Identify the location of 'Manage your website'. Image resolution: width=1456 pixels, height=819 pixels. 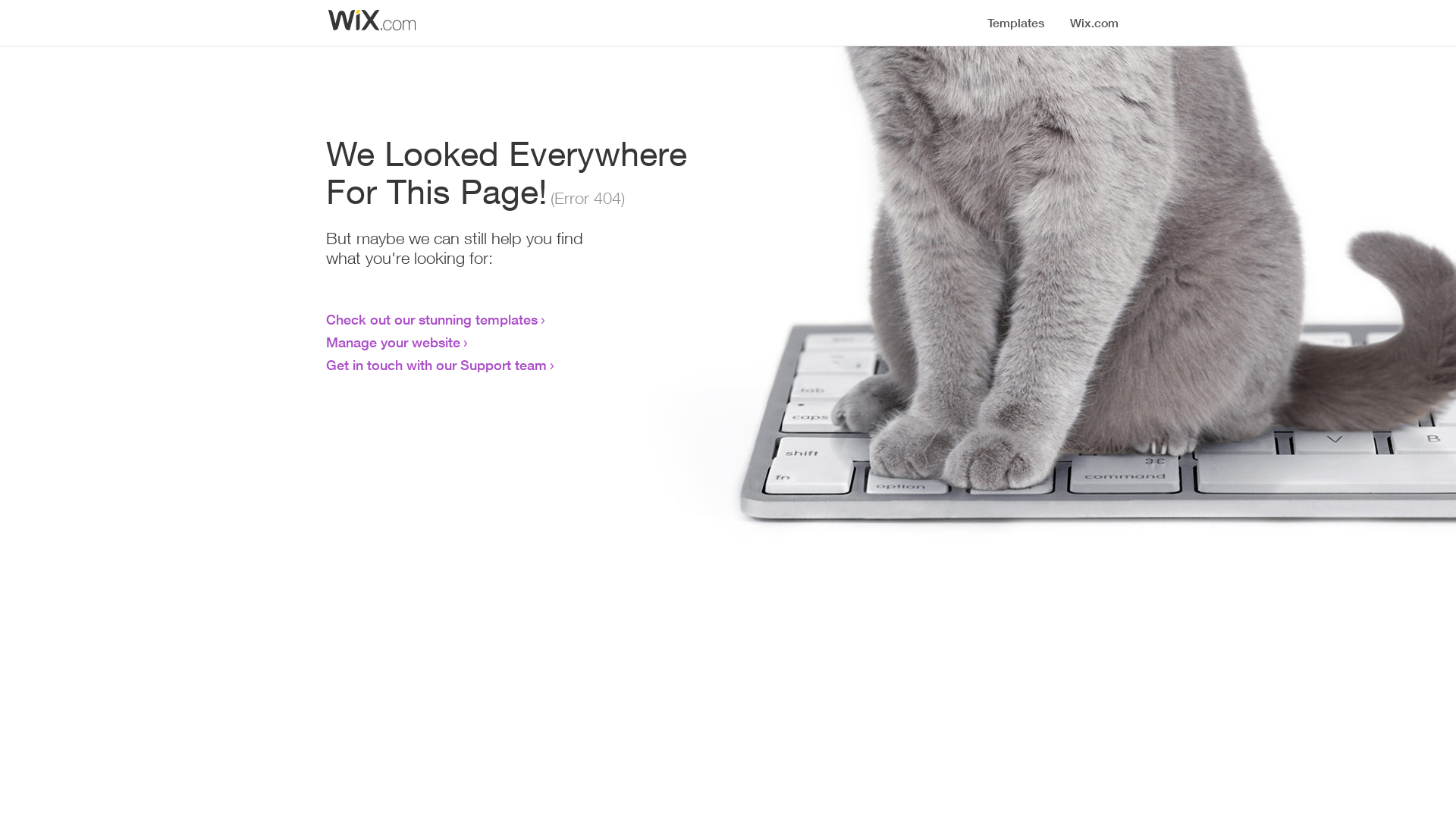
(393, 342).